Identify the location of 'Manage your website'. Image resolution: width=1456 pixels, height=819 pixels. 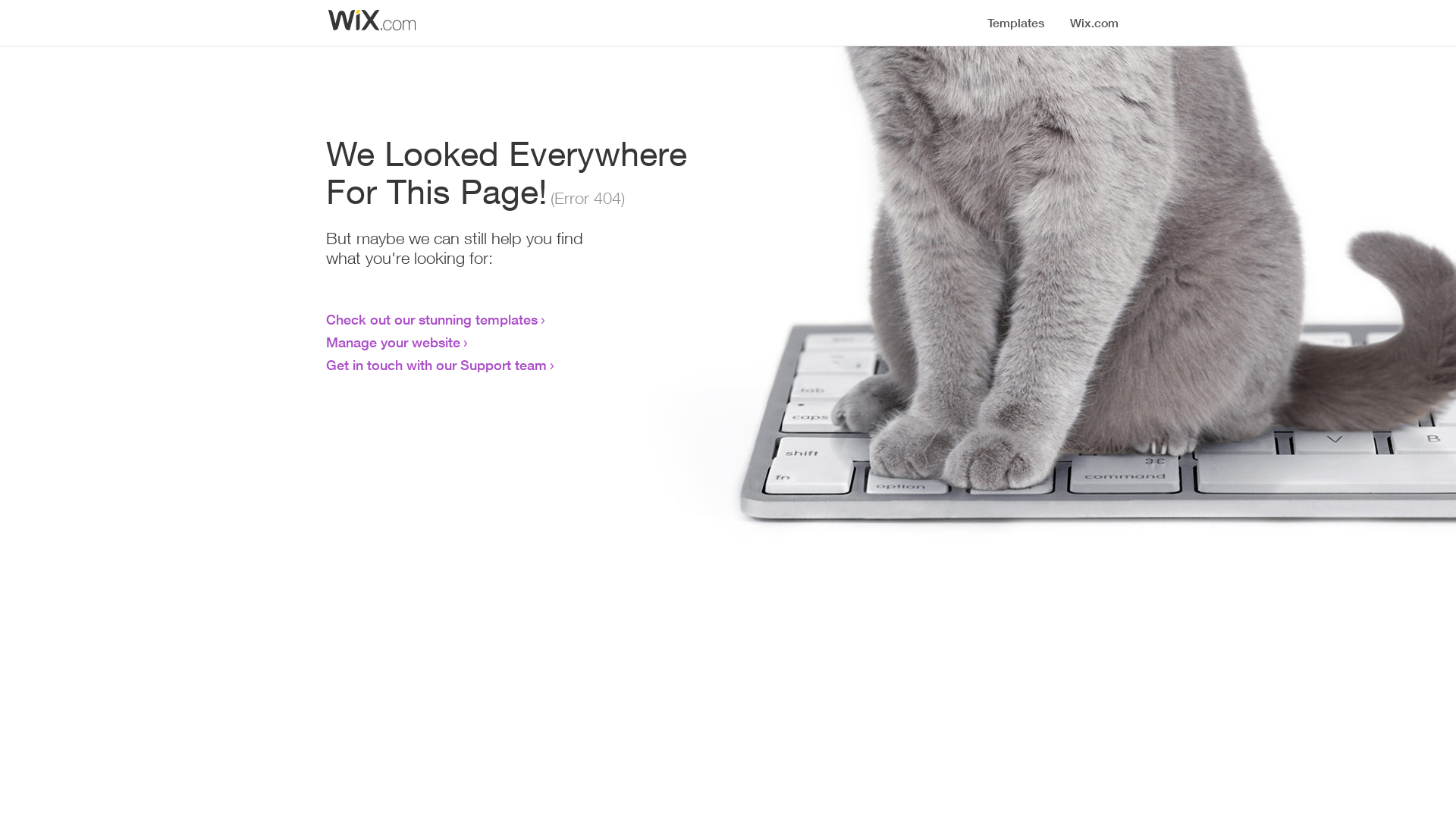
(393, 342).